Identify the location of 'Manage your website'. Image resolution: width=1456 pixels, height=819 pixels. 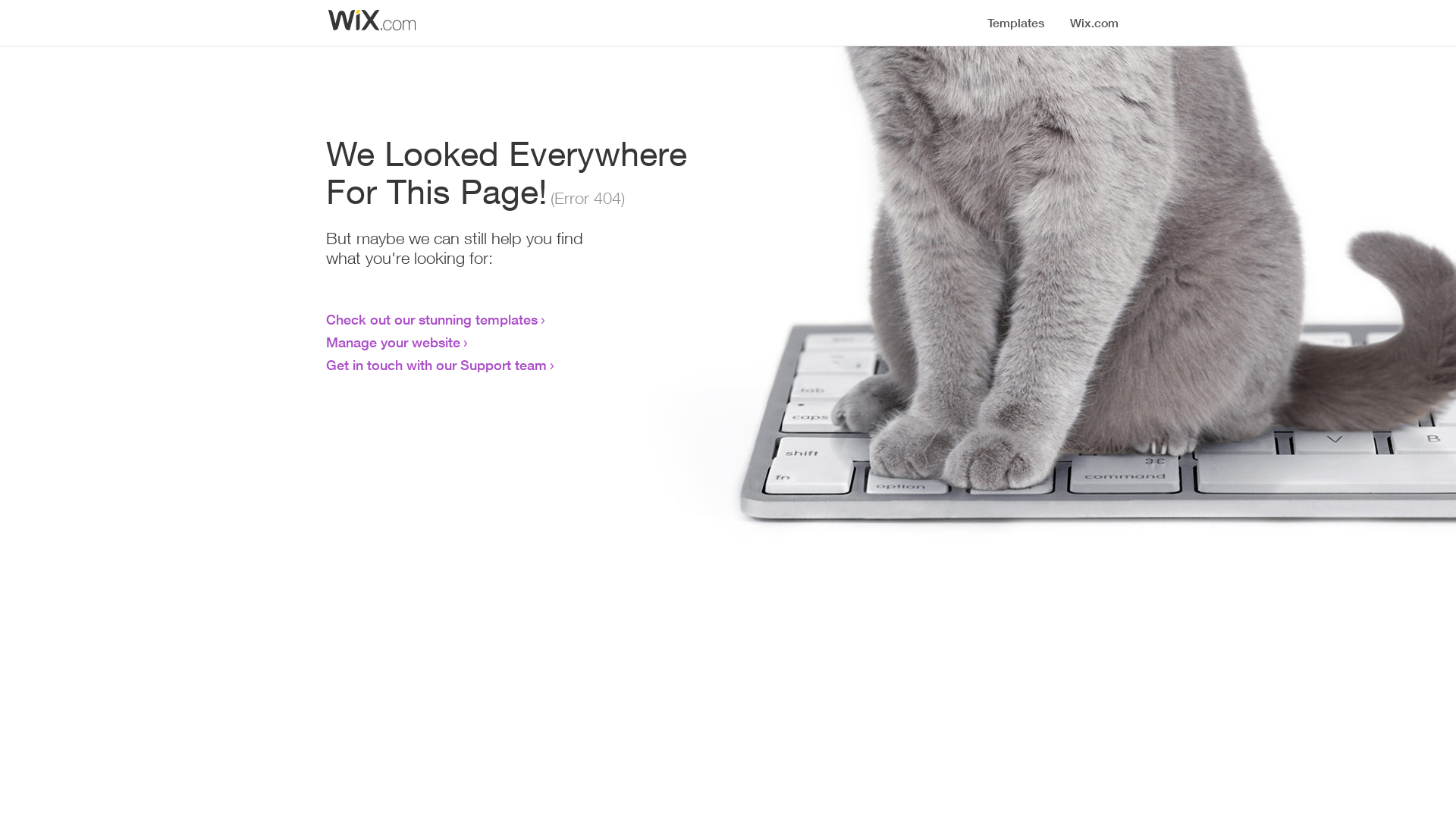
(393, 342).